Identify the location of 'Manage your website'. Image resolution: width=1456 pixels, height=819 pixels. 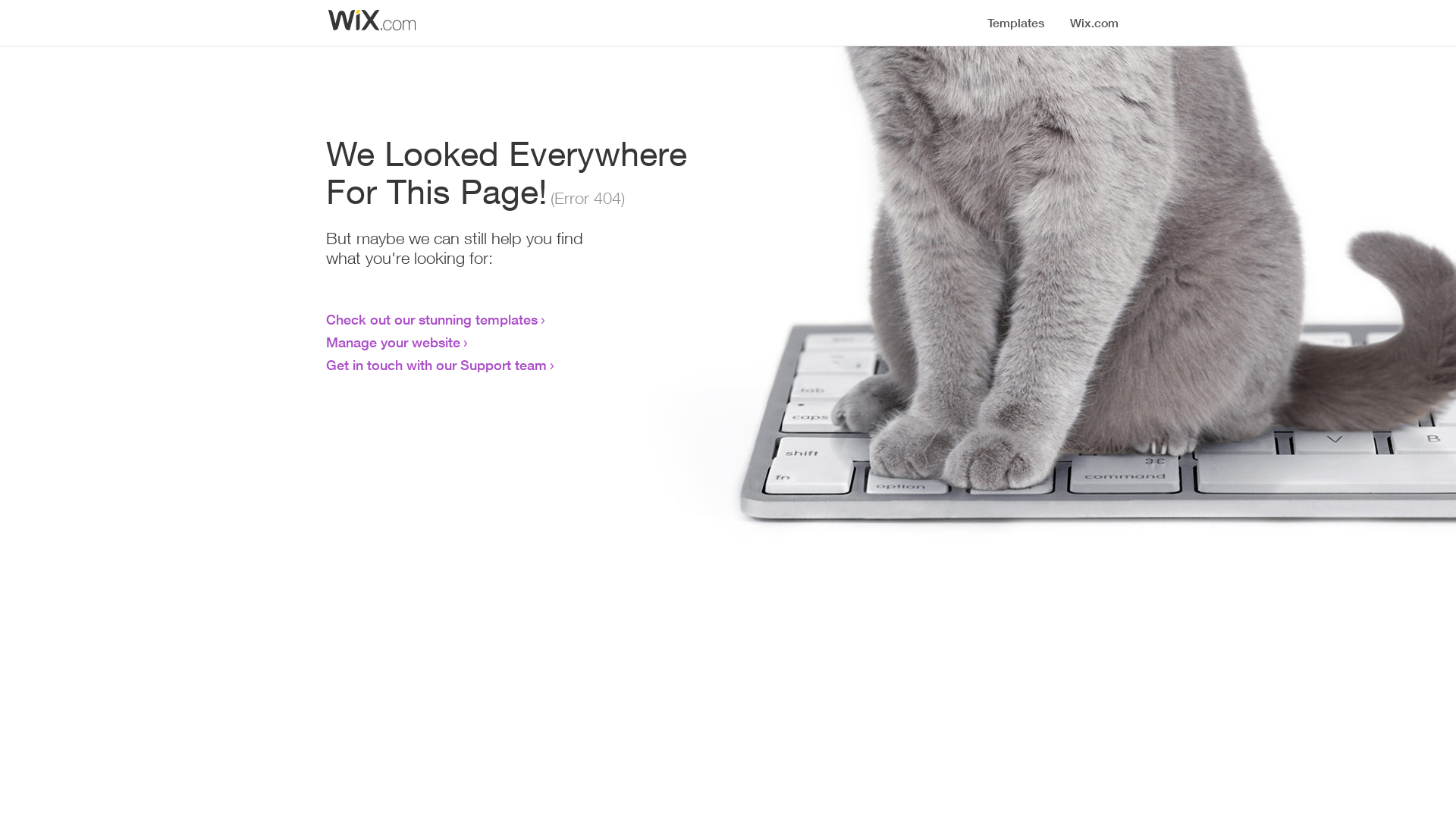
(393, 342).